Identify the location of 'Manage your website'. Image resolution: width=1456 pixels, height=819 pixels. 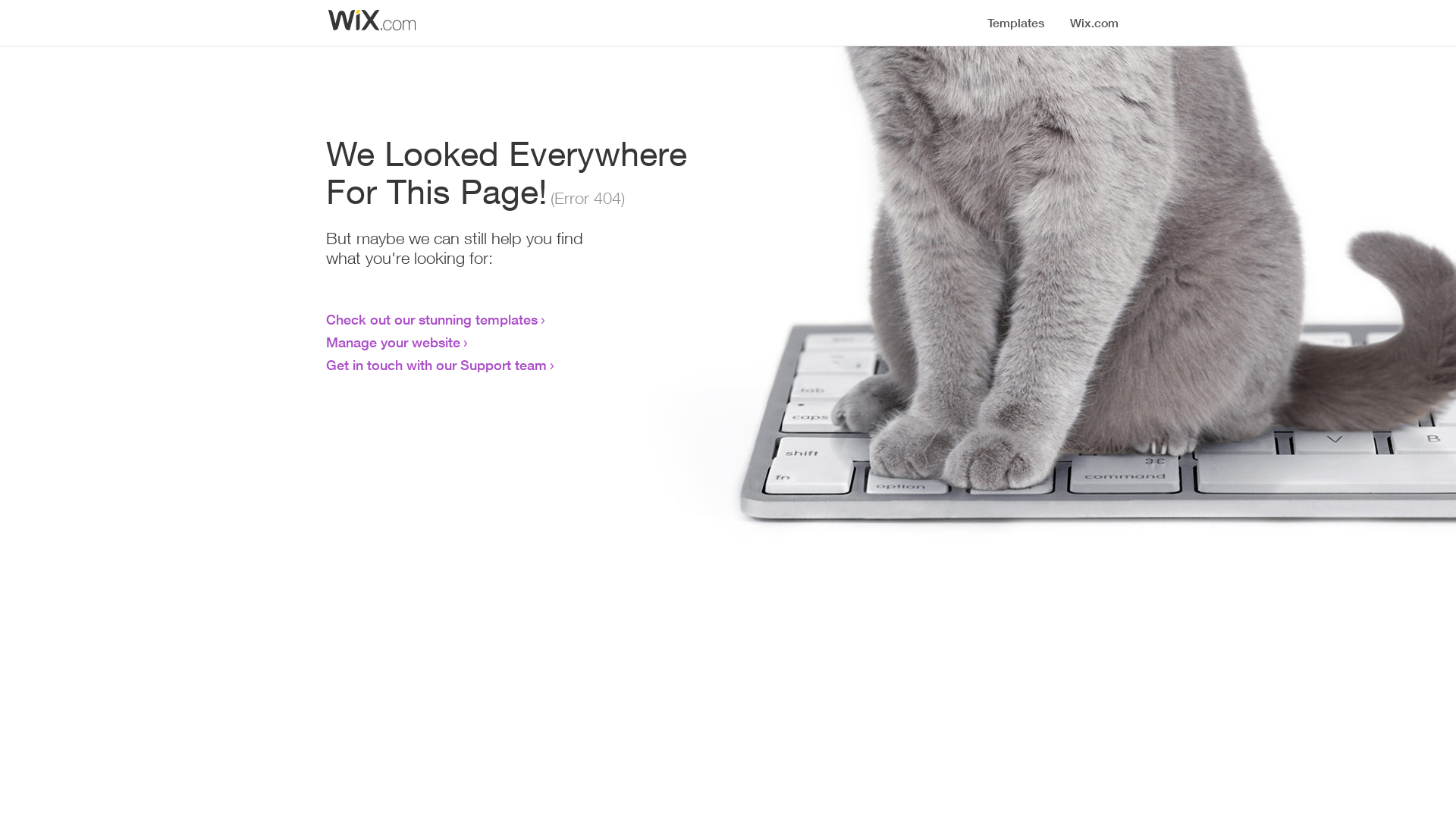
(393, 342).